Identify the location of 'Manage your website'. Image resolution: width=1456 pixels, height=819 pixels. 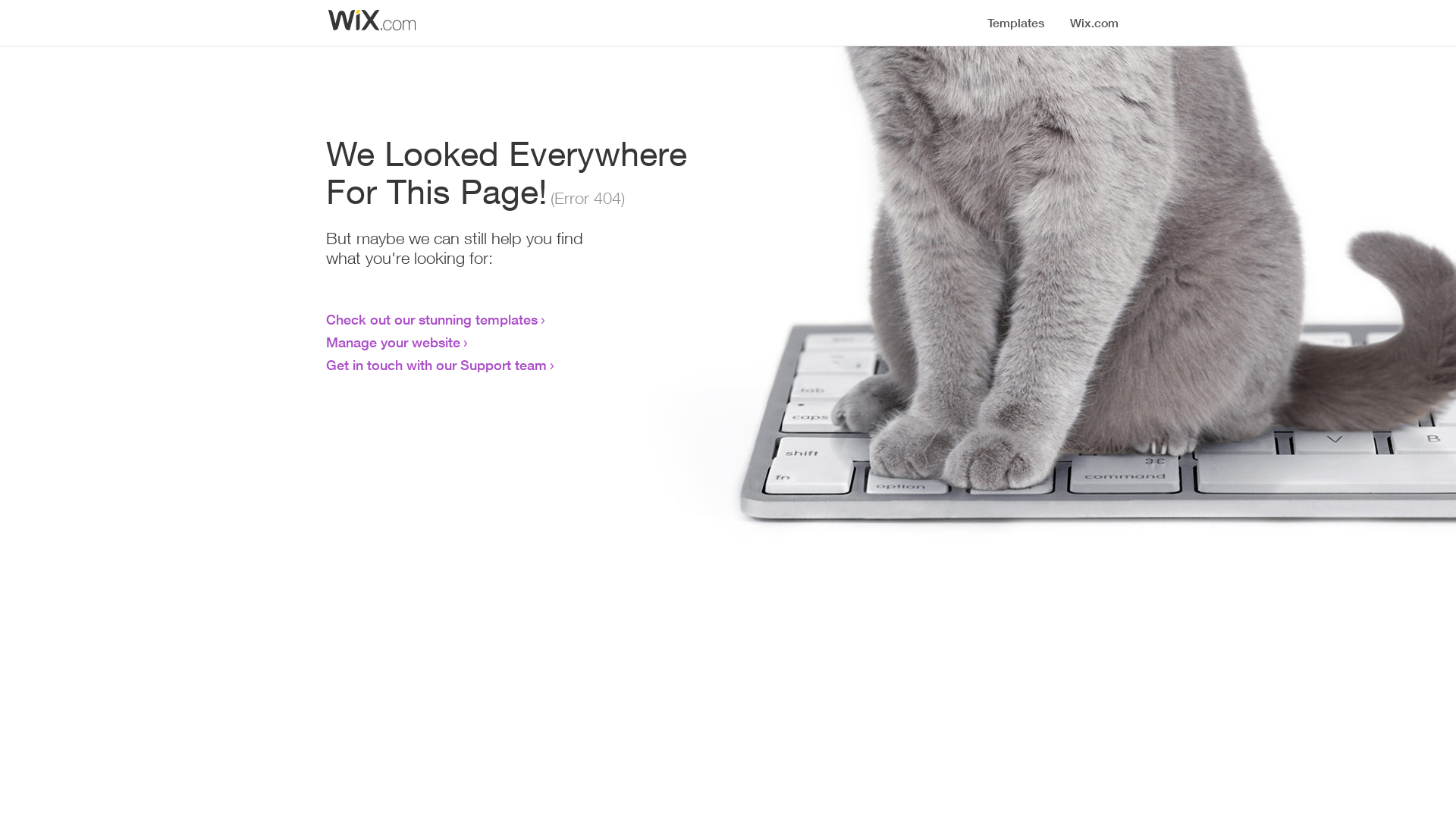
(393, 342).